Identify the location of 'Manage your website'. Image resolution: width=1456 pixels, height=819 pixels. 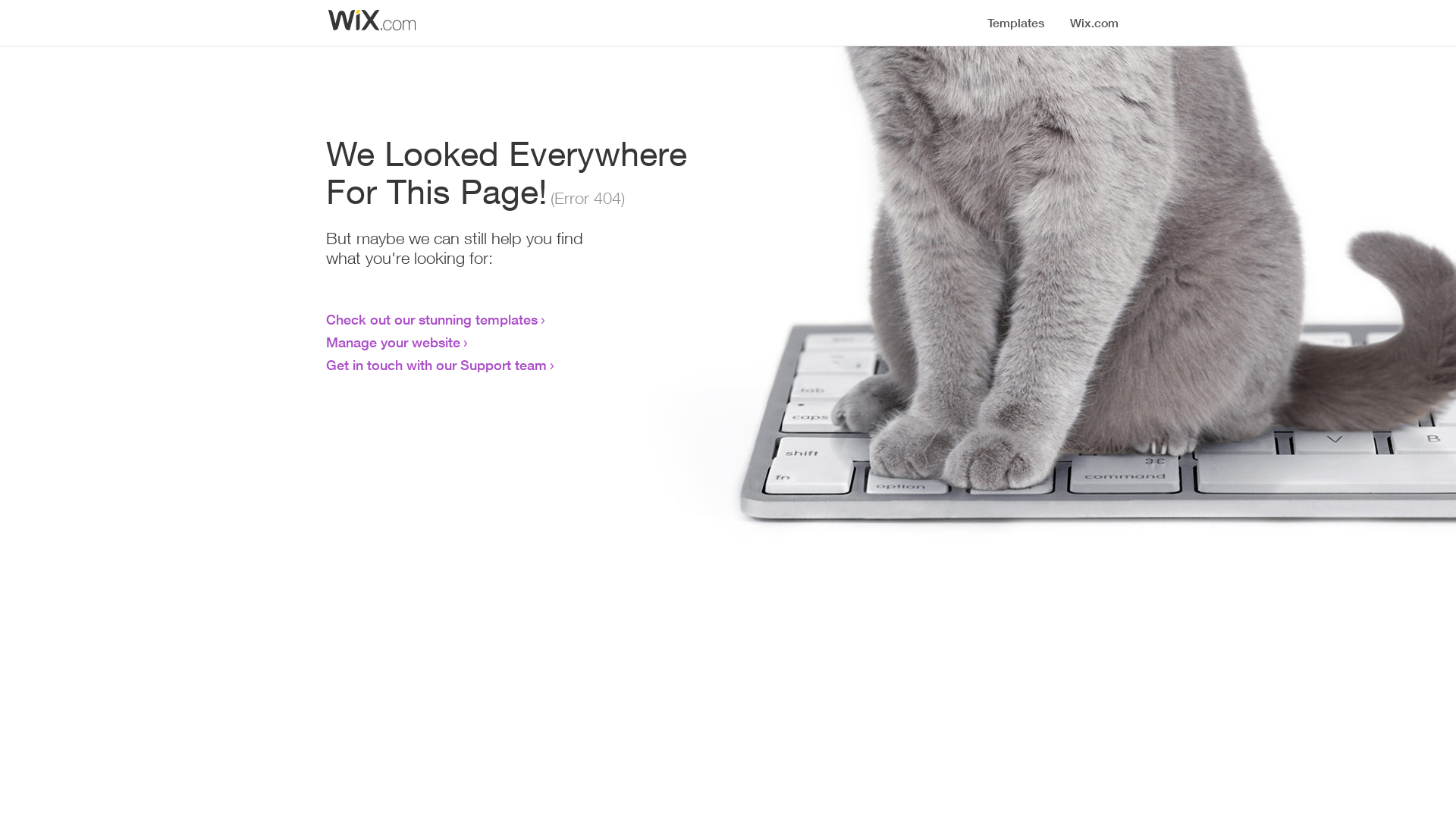
(393, 342).